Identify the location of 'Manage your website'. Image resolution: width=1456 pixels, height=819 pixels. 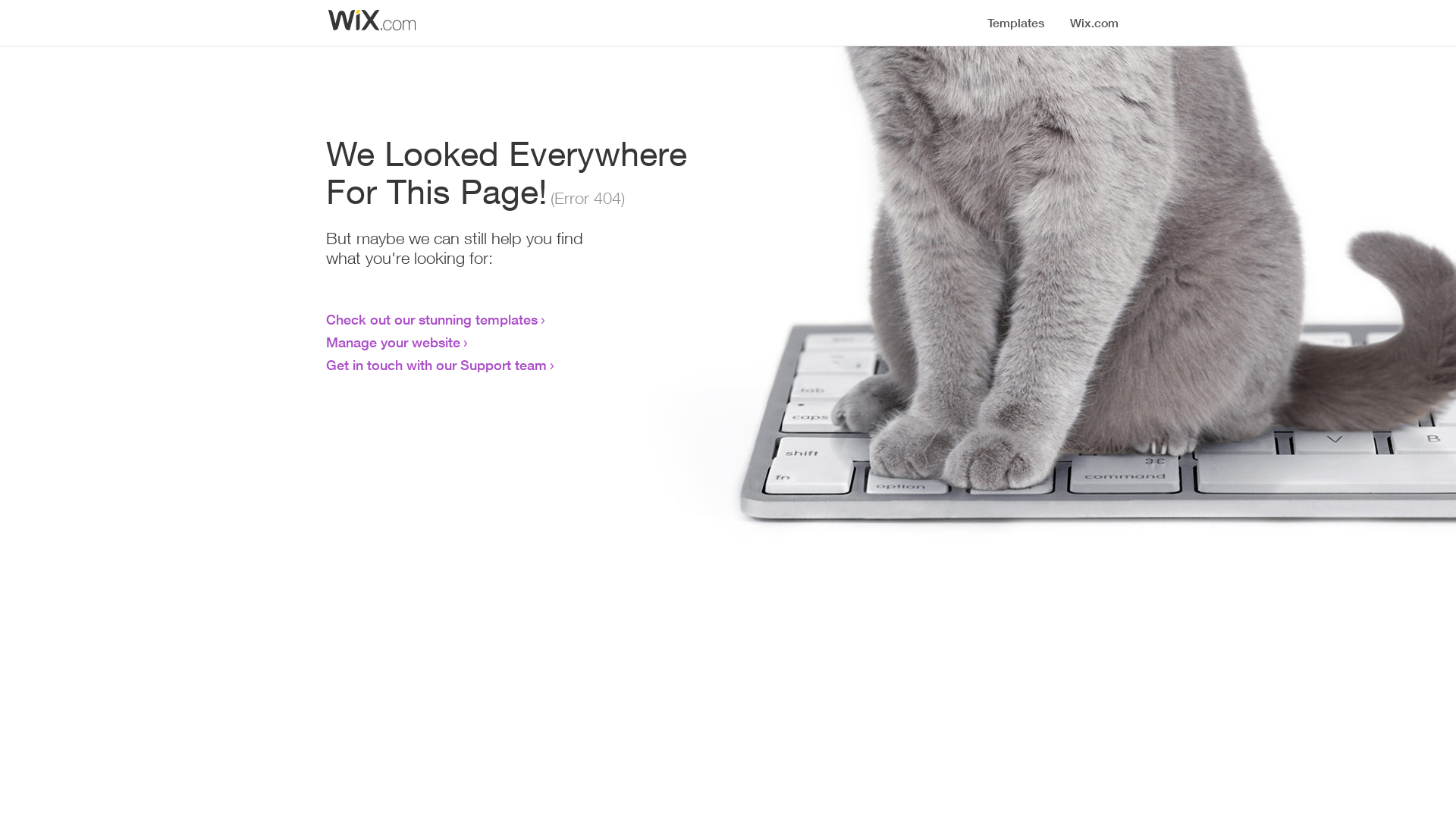
(393, 342).